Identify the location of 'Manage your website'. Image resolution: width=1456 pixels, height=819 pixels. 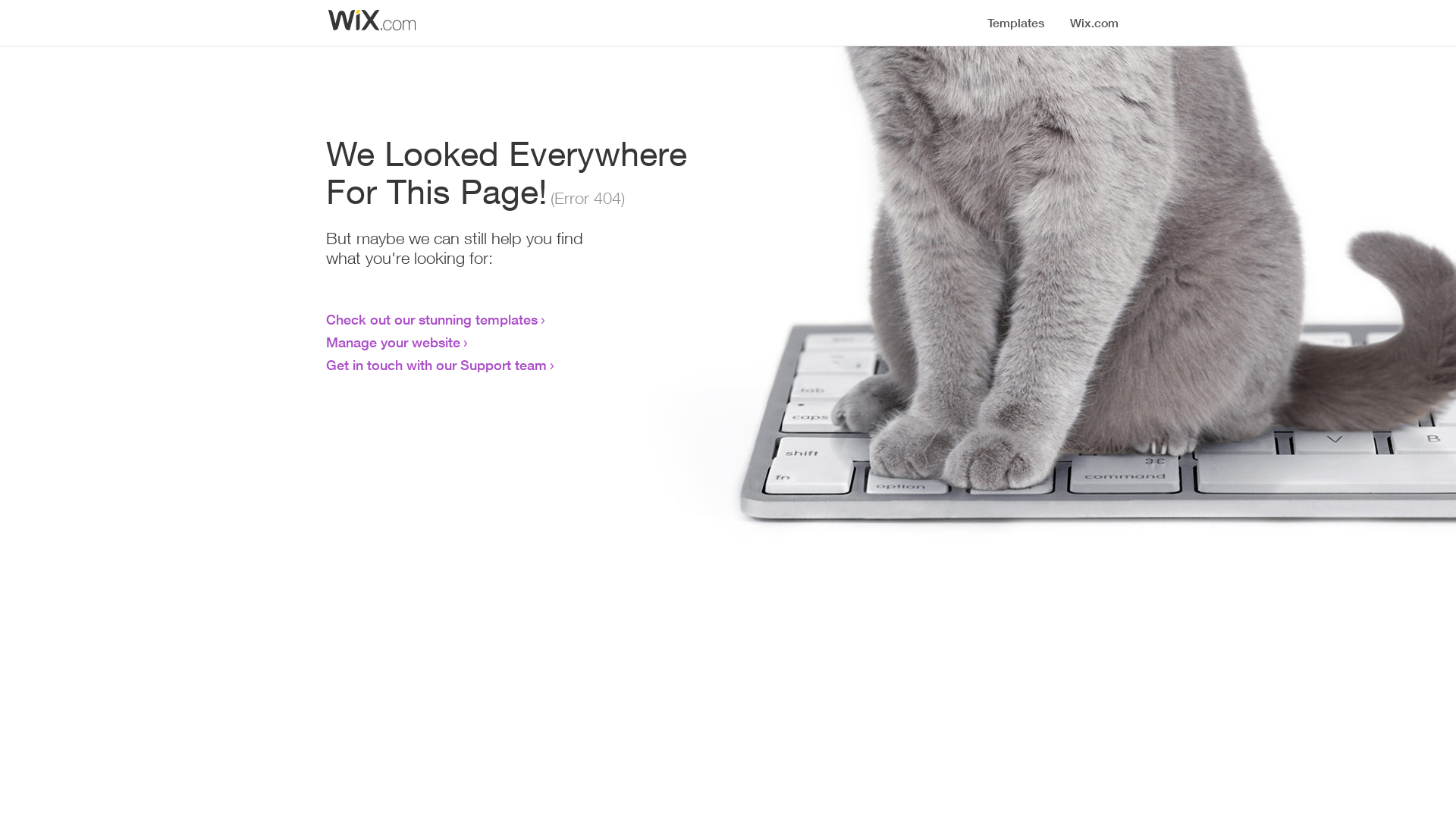
(393, 342).